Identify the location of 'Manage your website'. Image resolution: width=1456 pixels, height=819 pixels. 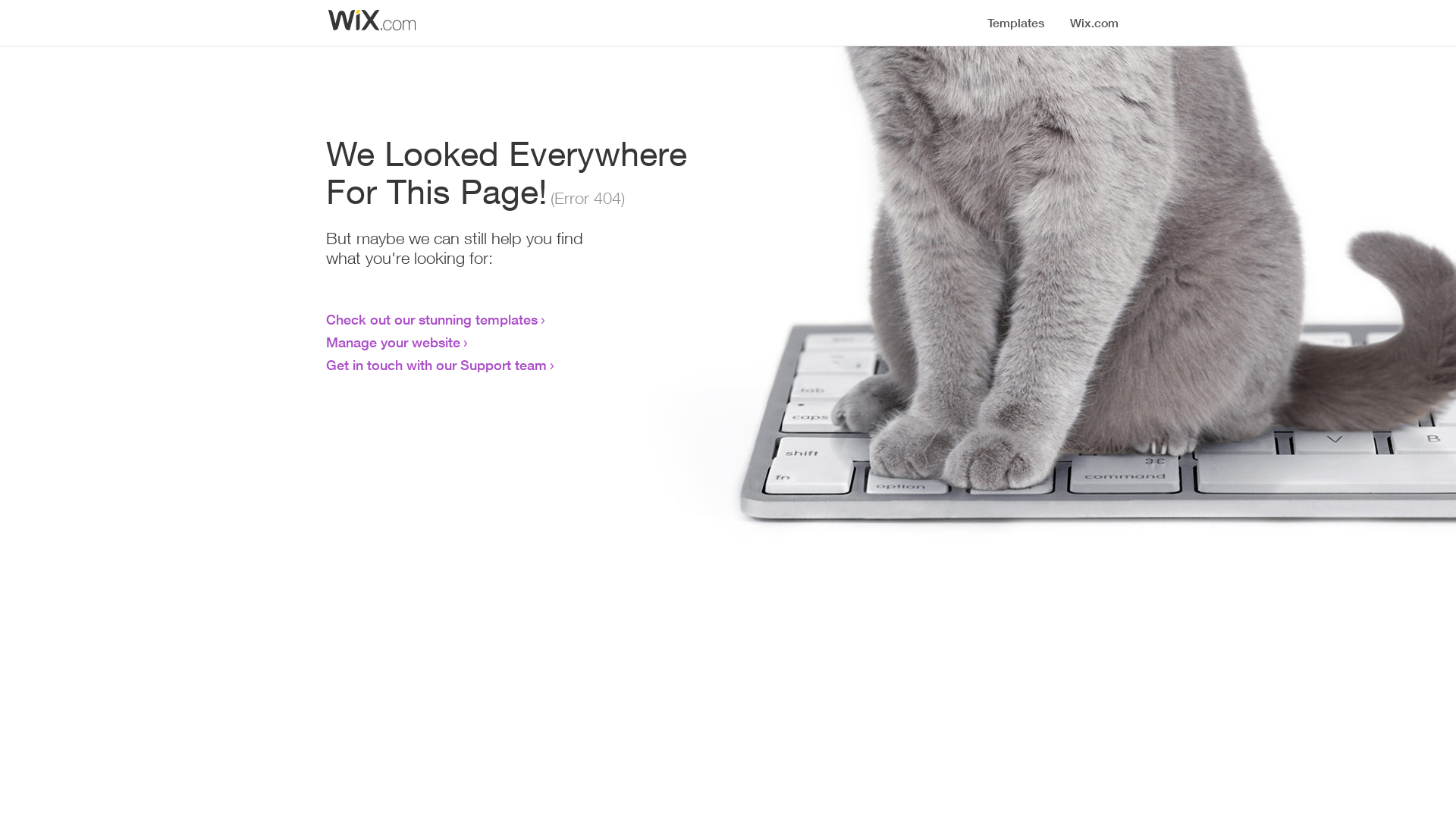
(393, 342).